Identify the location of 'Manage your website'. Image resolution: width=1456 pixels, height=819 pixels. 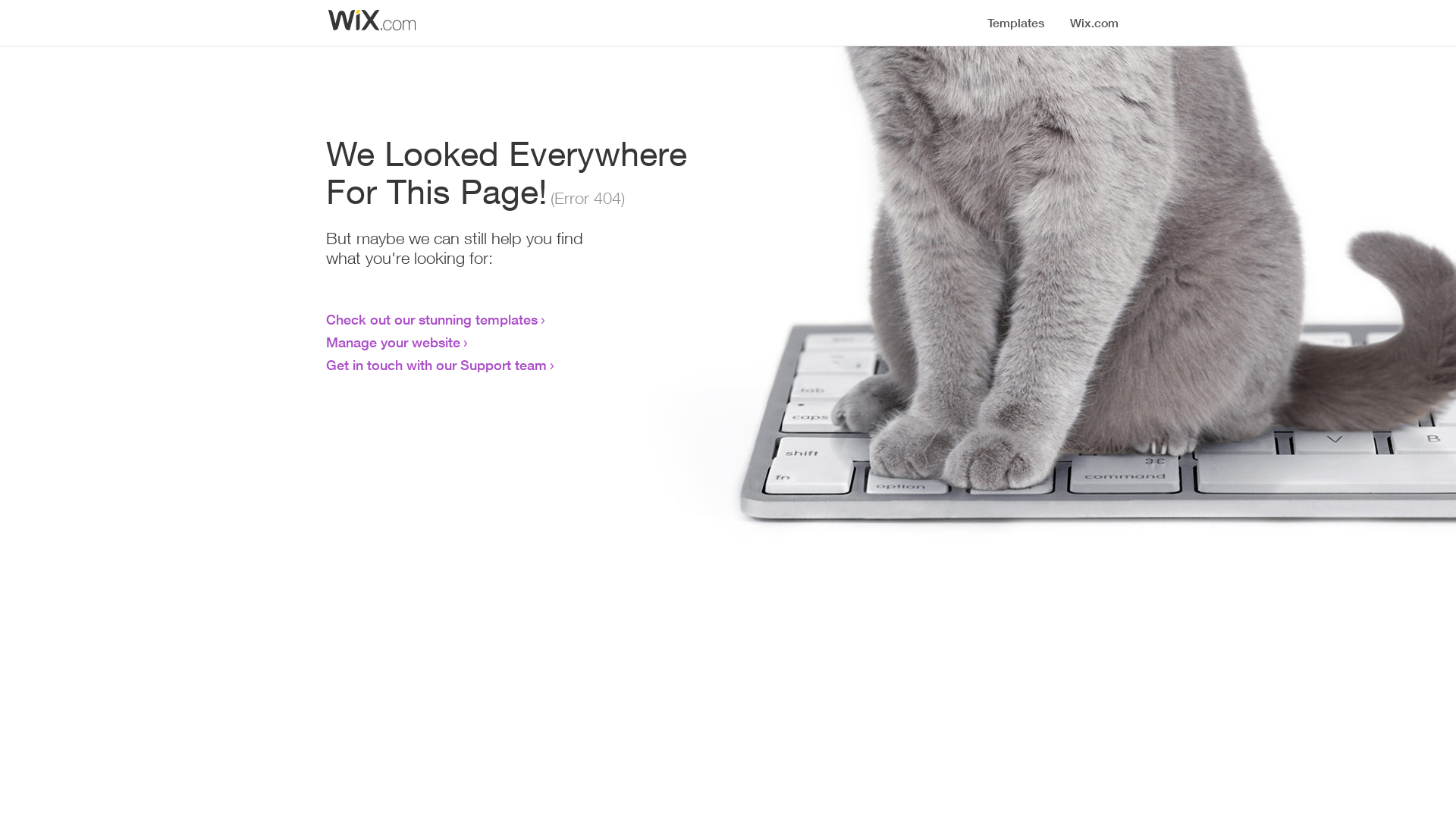
(393, 342).